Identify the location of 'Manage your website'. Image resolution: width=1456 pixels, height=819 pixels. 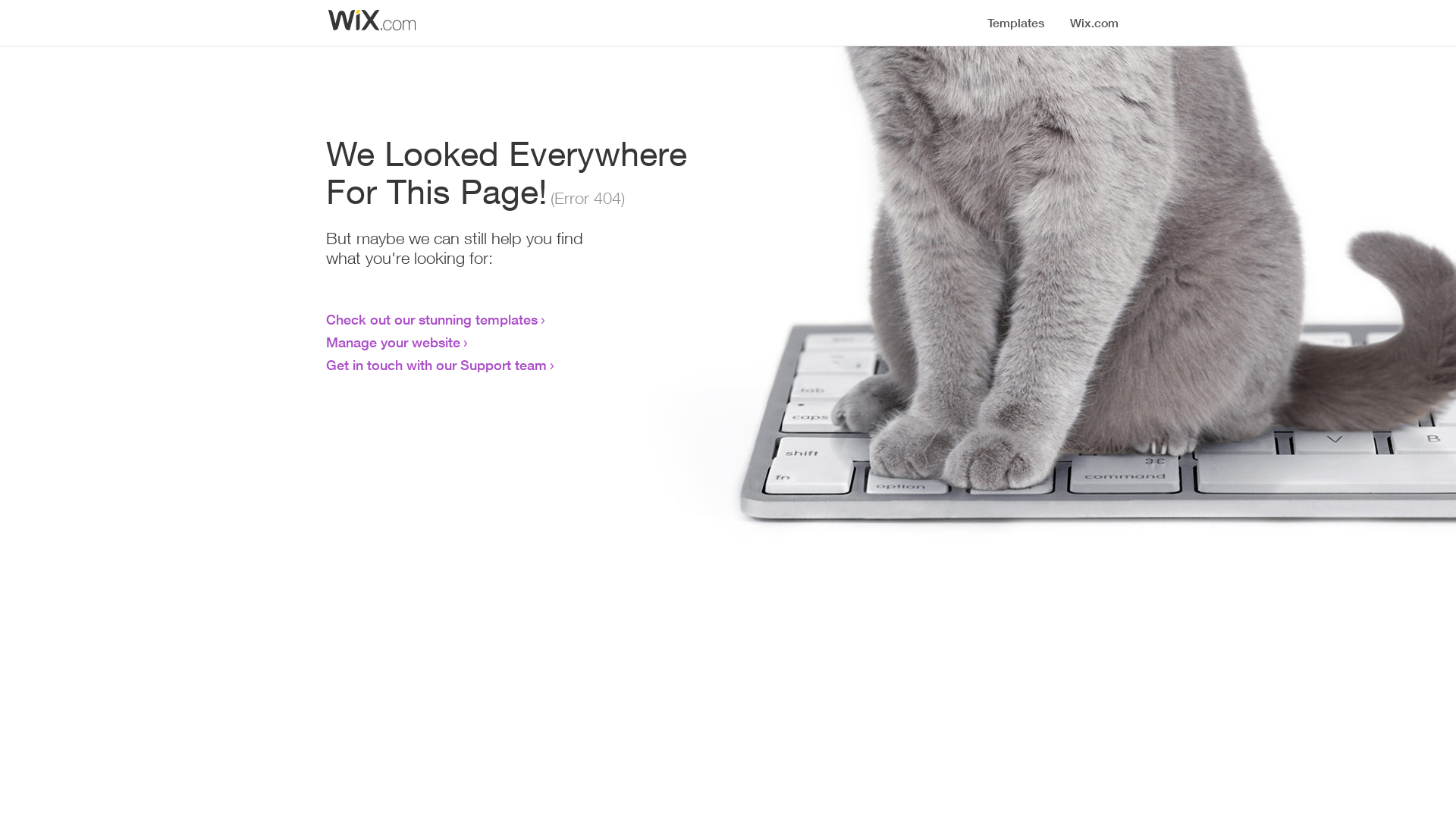
(393, 342).